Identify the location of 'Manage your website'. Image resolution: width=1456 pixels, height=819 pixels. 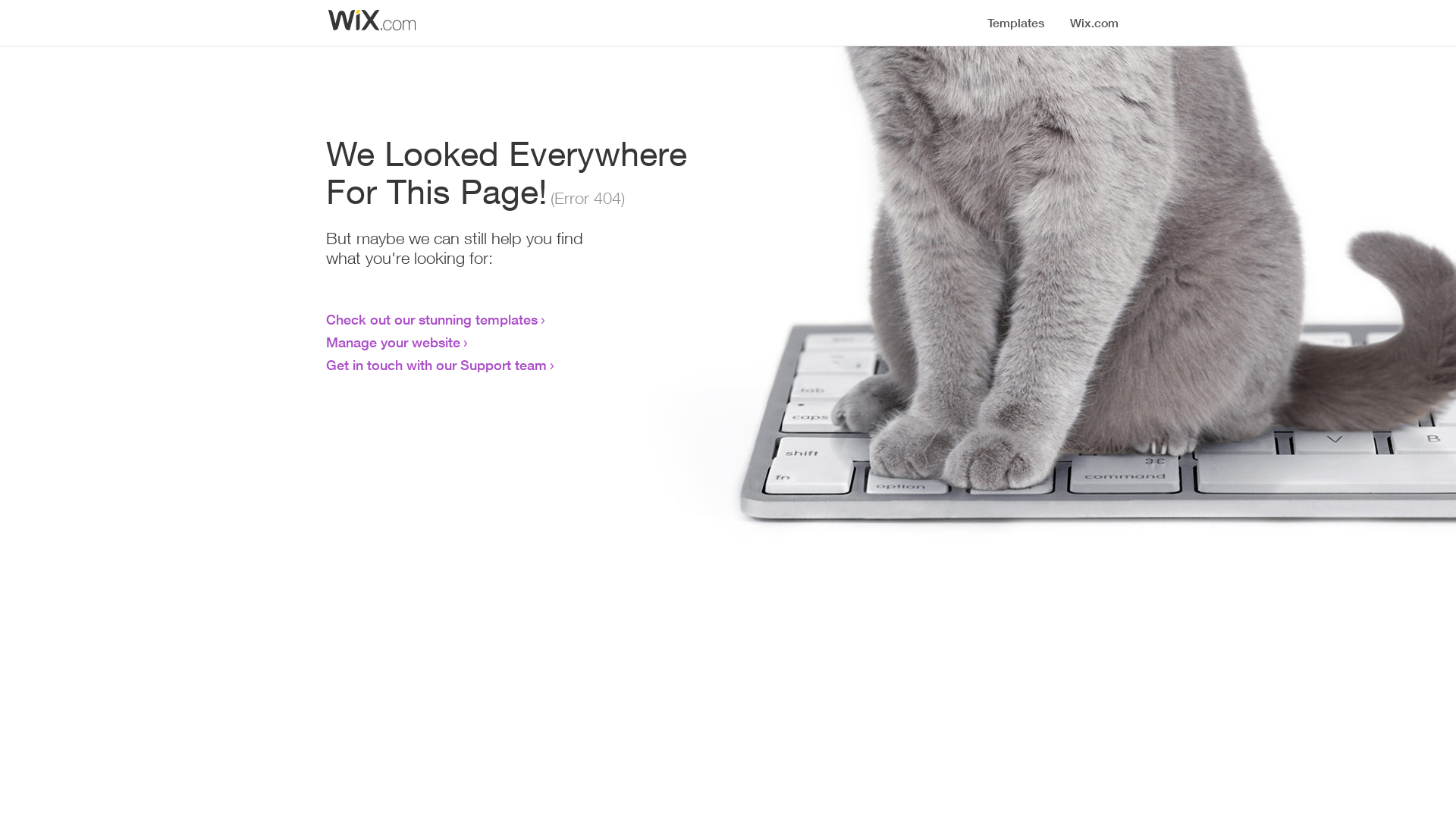
(393, 342).